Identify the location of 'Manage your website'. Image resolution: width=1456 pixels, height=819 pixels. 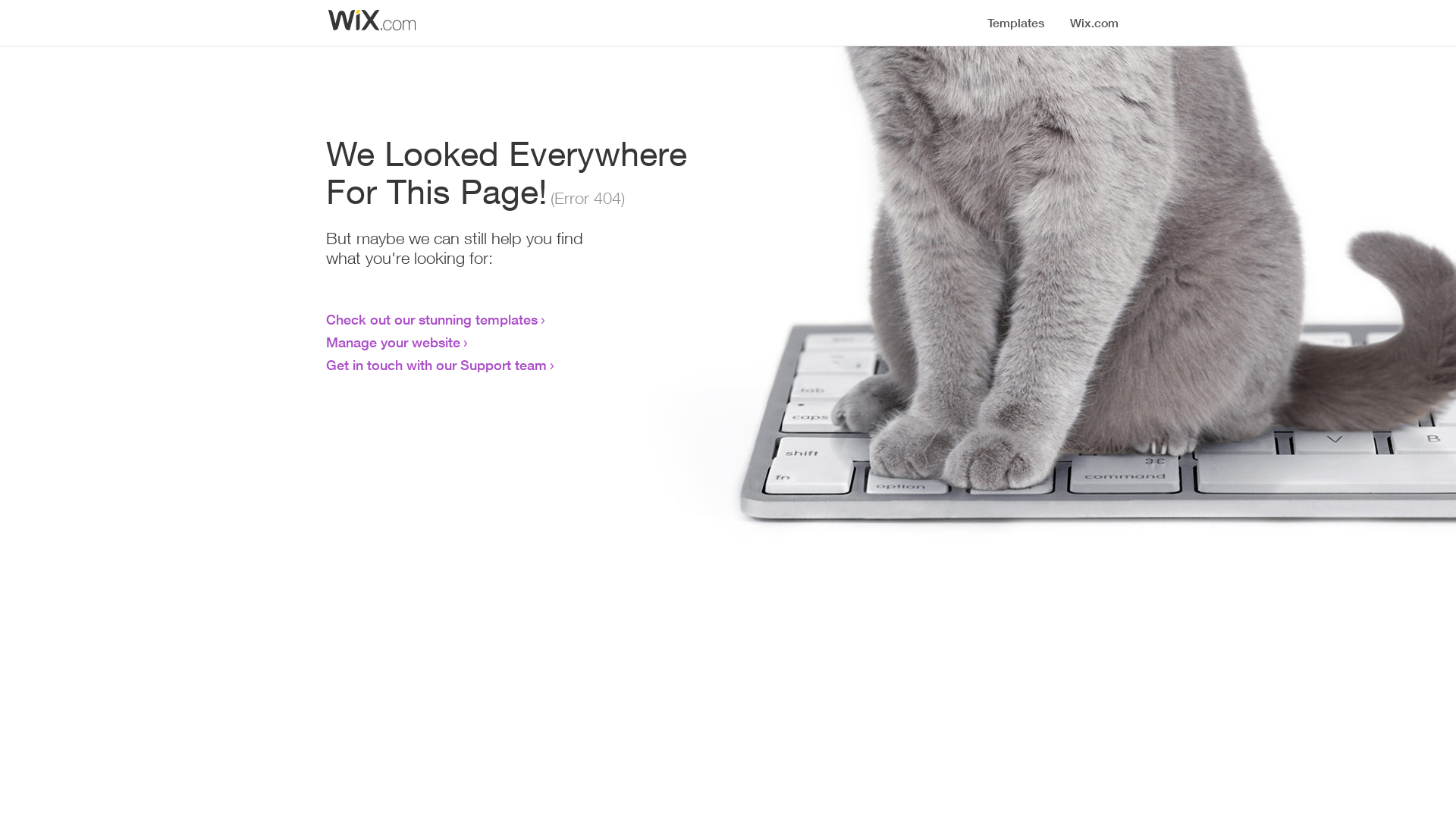
(393, 342).